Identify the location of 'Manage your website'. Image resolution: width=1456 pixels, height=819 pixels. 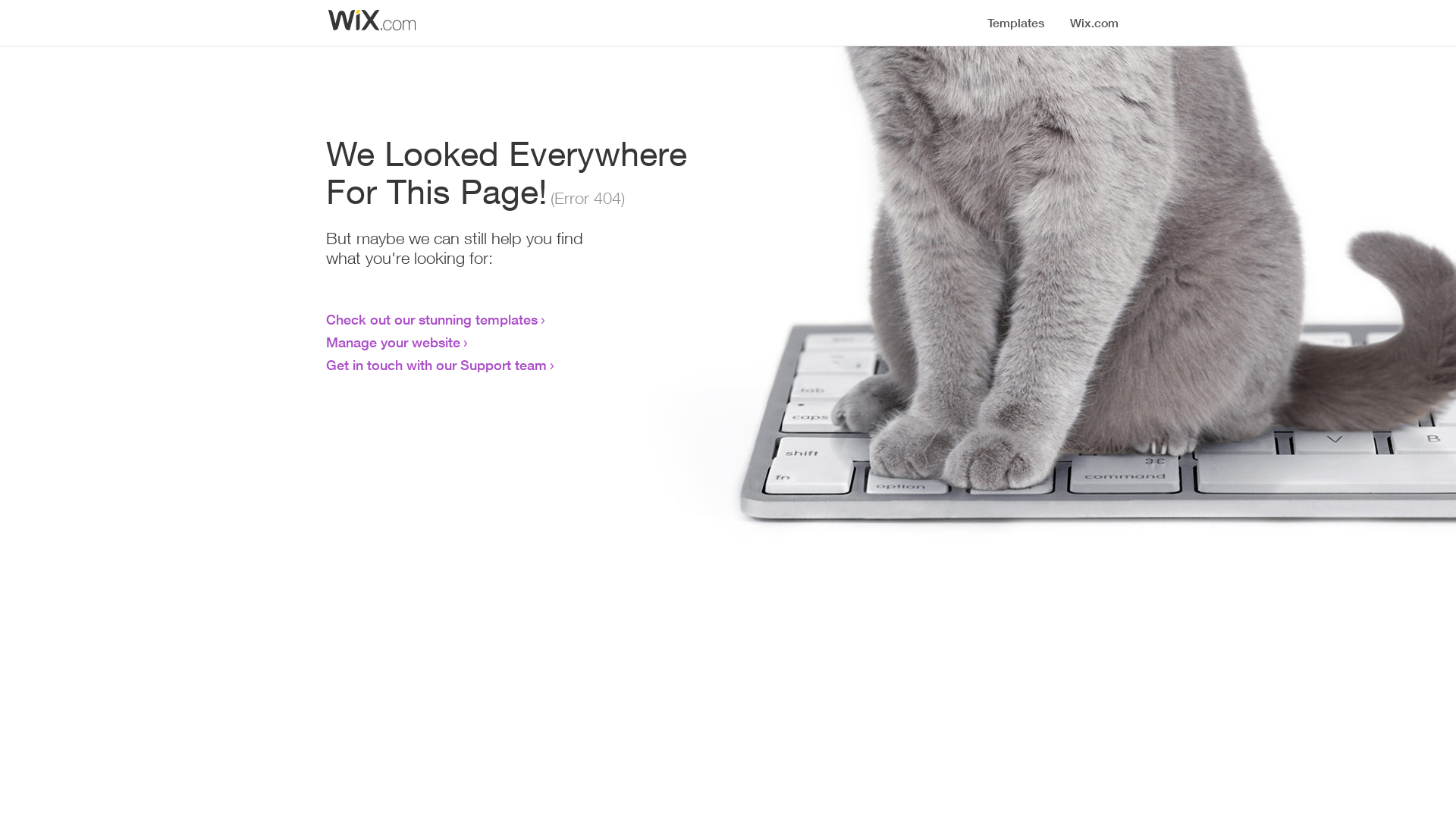
(393, 342).